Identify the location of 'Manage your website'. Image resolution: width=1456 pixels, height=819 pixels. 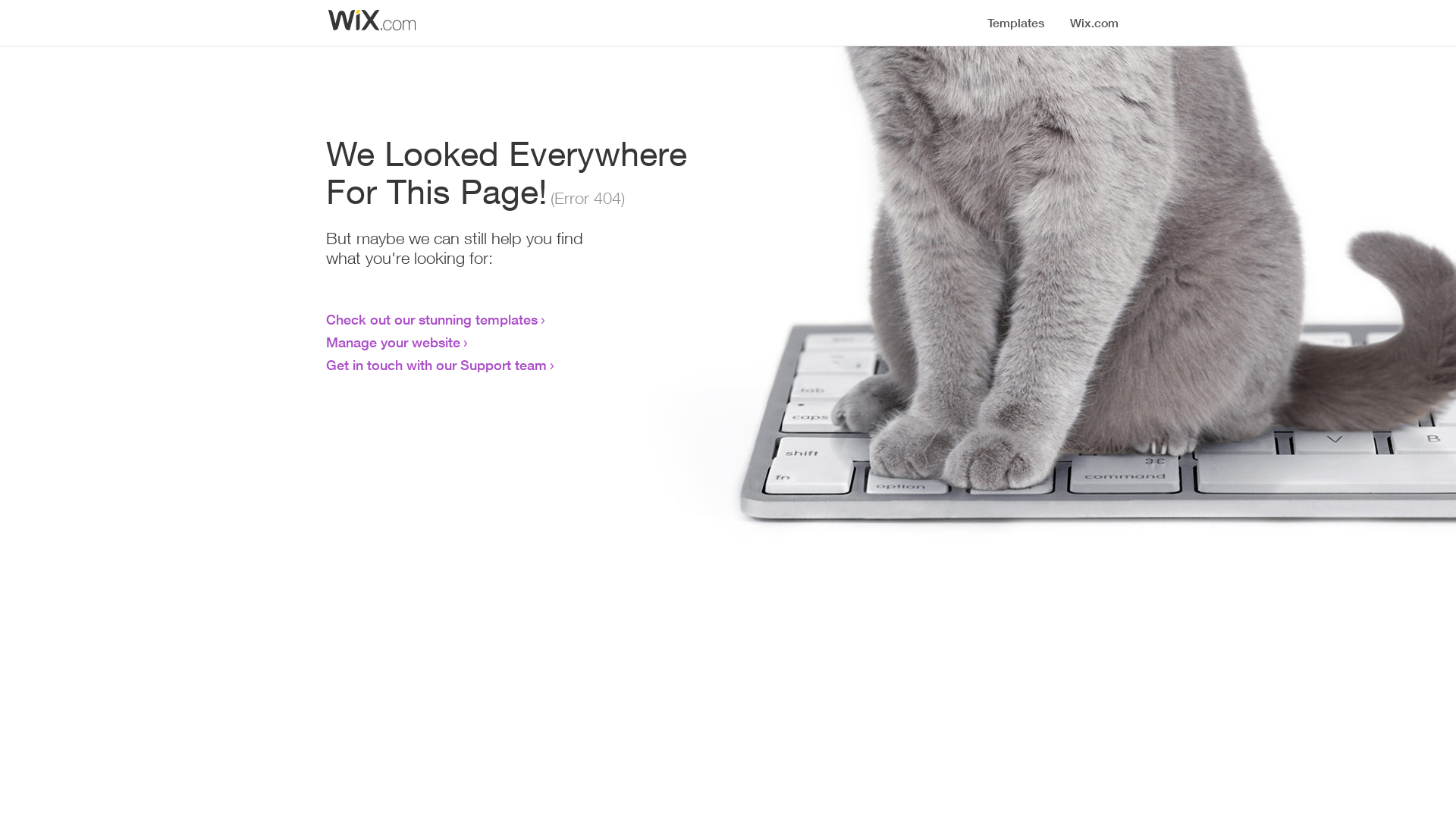
(393, 342).